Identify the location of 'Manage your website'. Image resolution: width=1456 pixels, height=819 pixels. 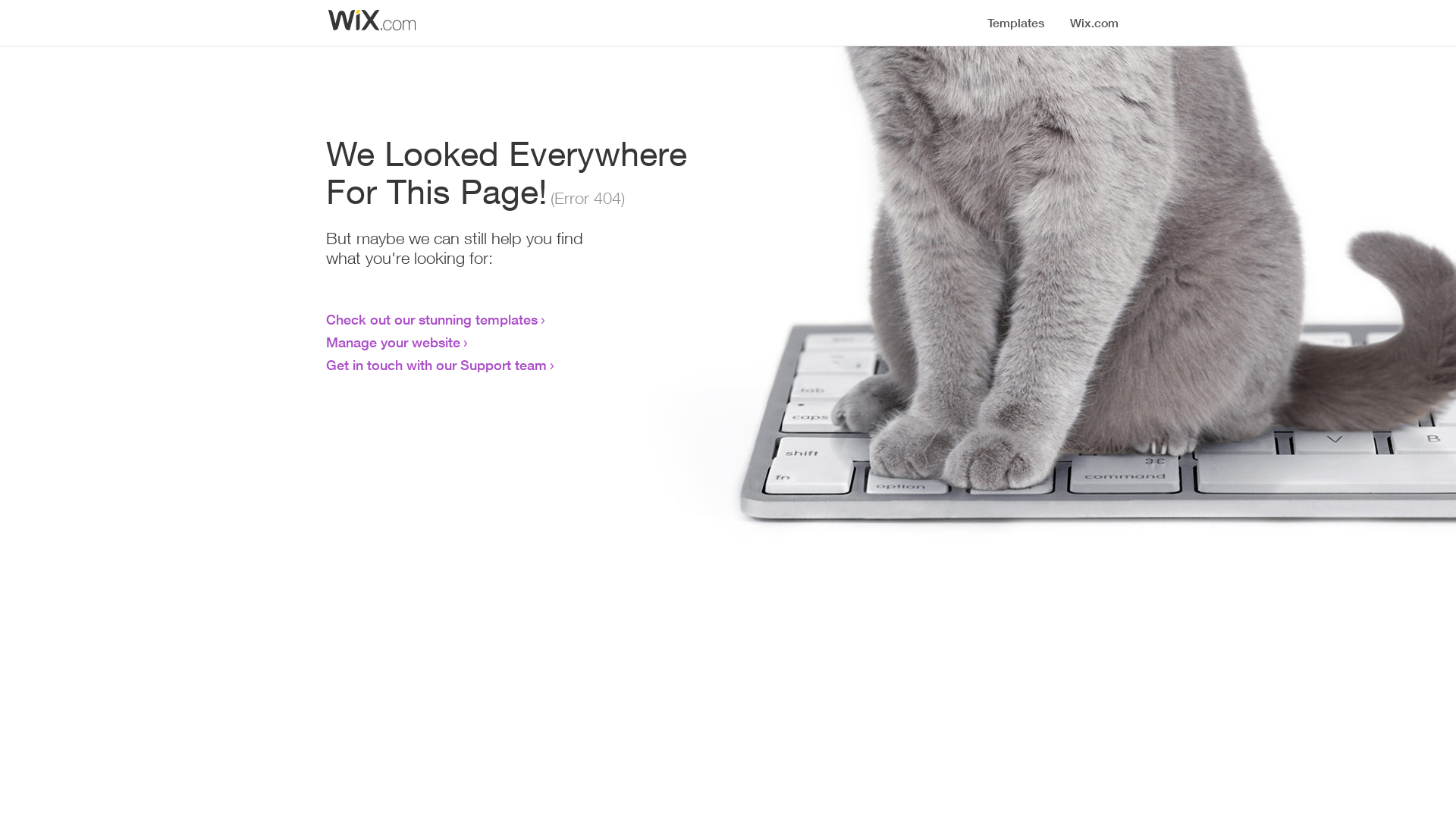
(393, 342).